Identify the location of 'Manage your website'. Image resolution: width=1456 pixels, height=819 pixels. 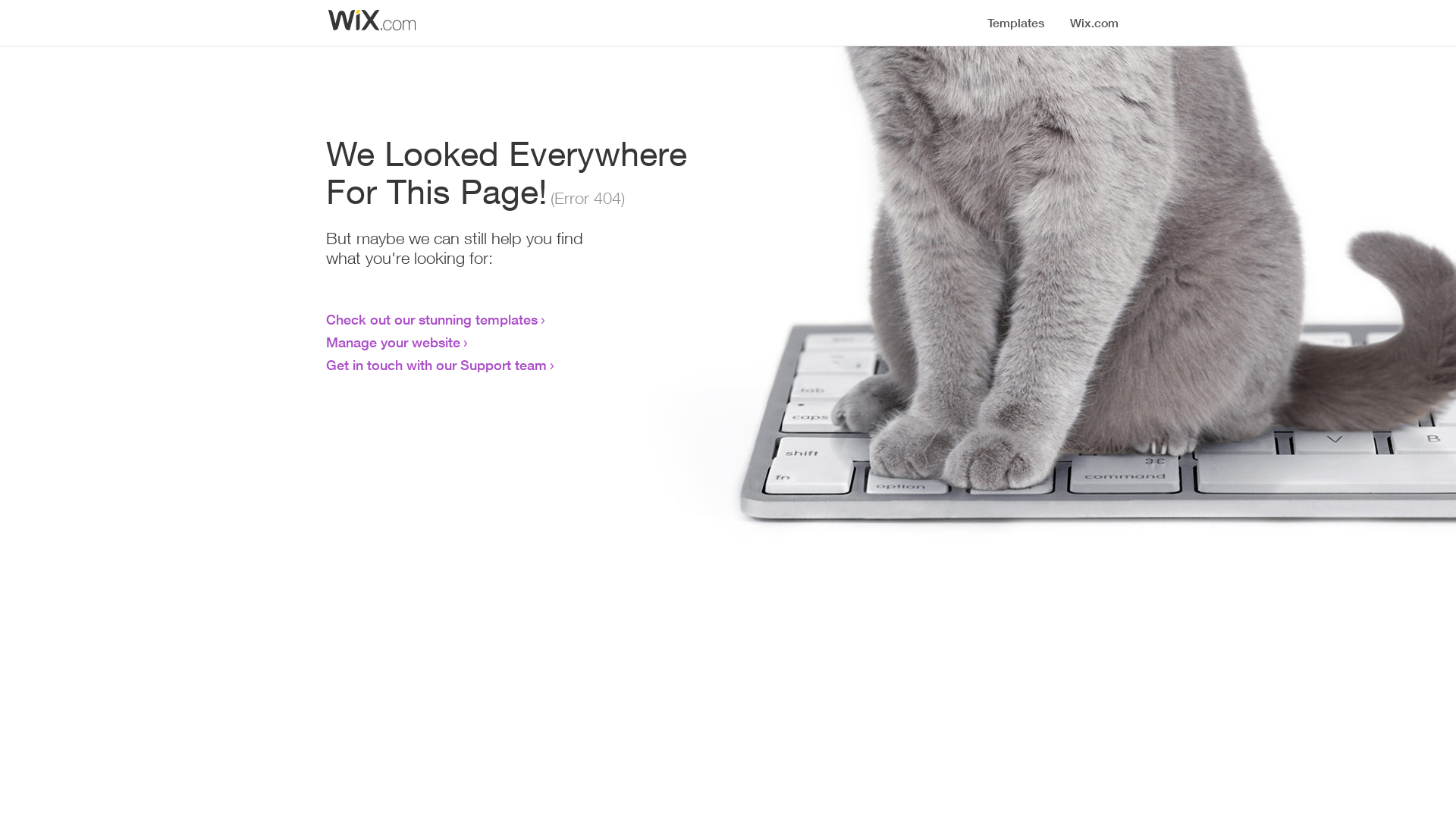
(393, 342).